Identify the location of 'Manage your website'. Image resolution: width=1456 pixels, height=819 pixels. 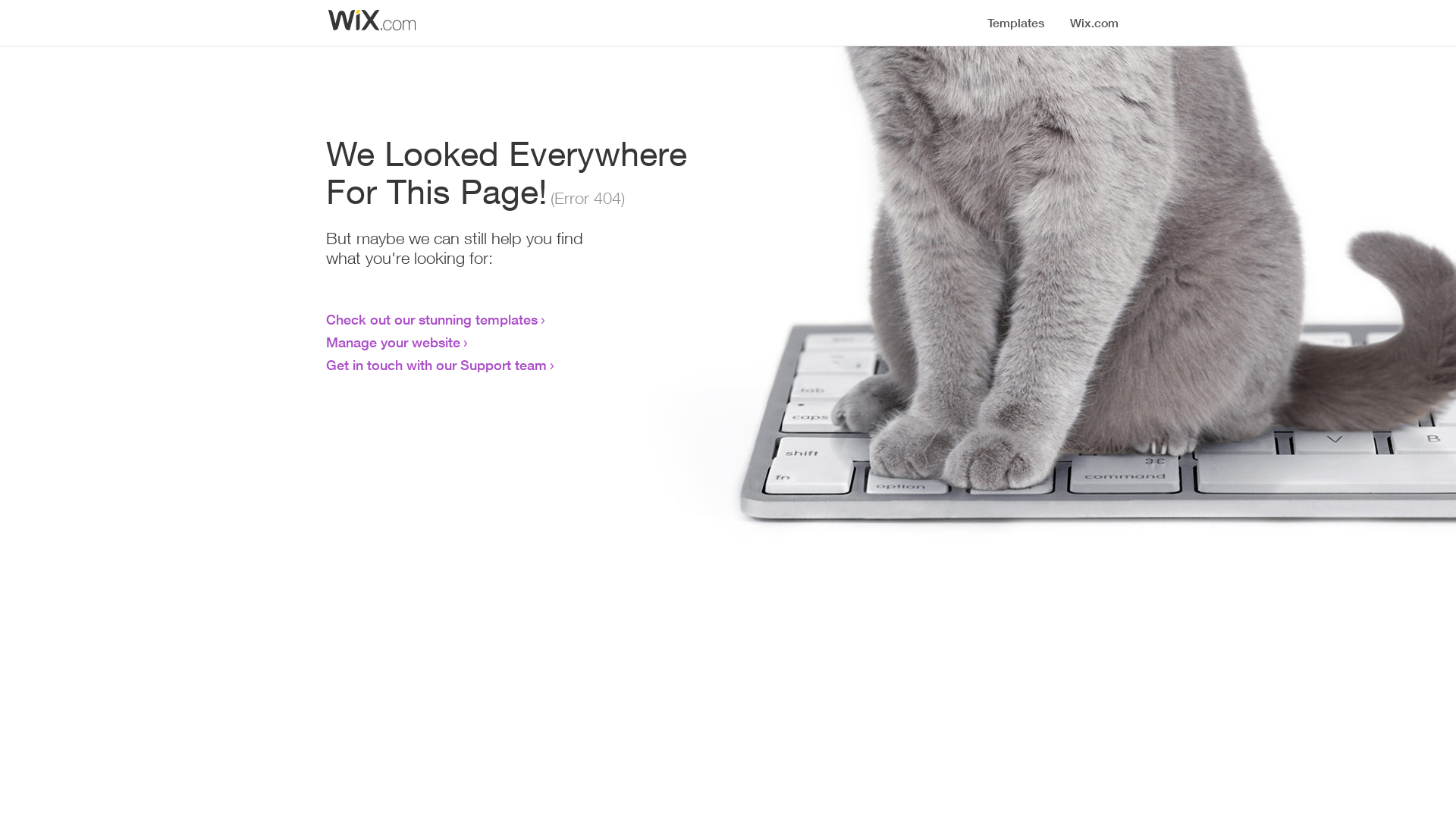
(393, 342).